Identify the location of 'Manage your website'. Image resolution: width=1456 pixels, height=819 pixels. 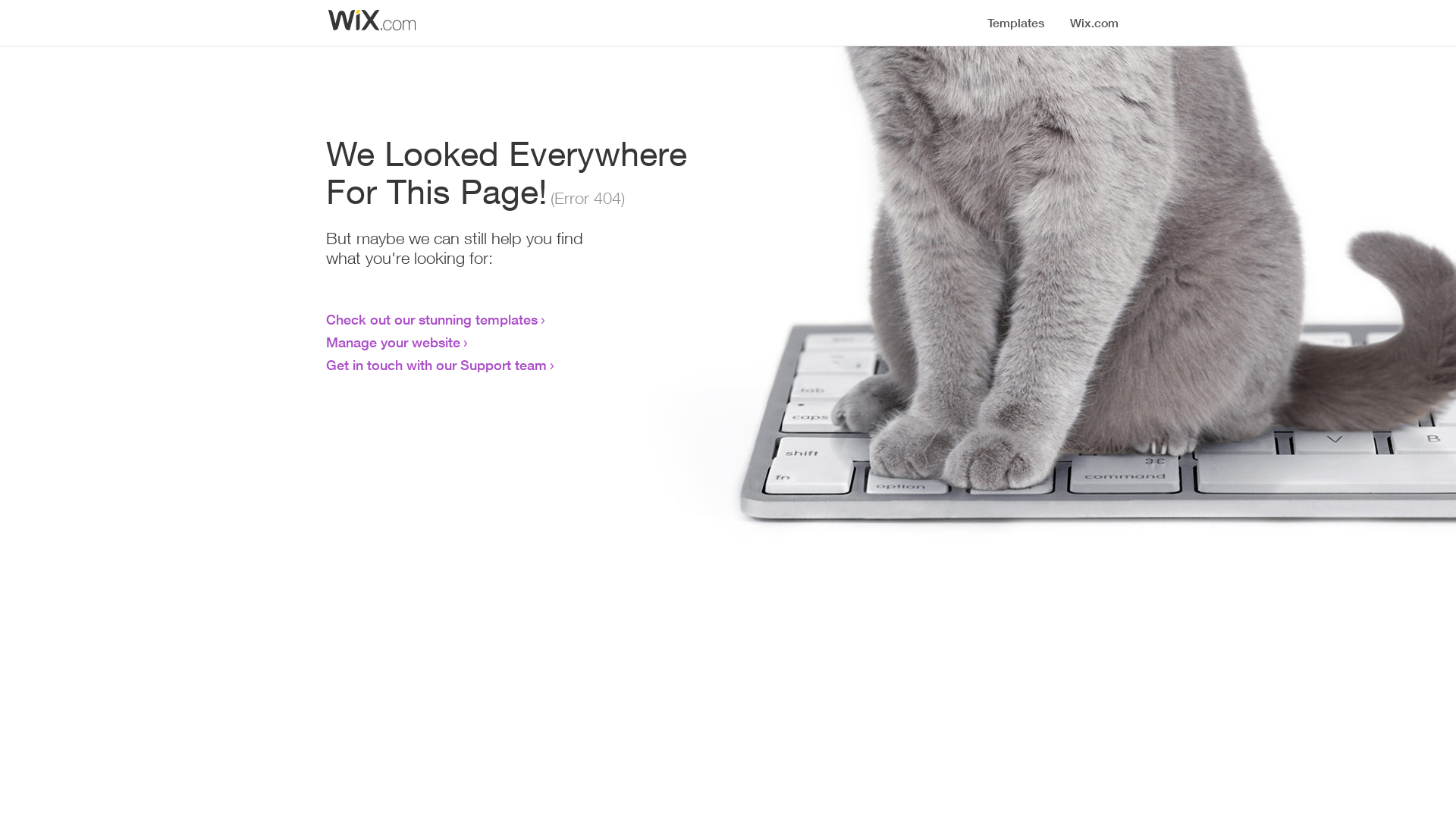
(393, 342).